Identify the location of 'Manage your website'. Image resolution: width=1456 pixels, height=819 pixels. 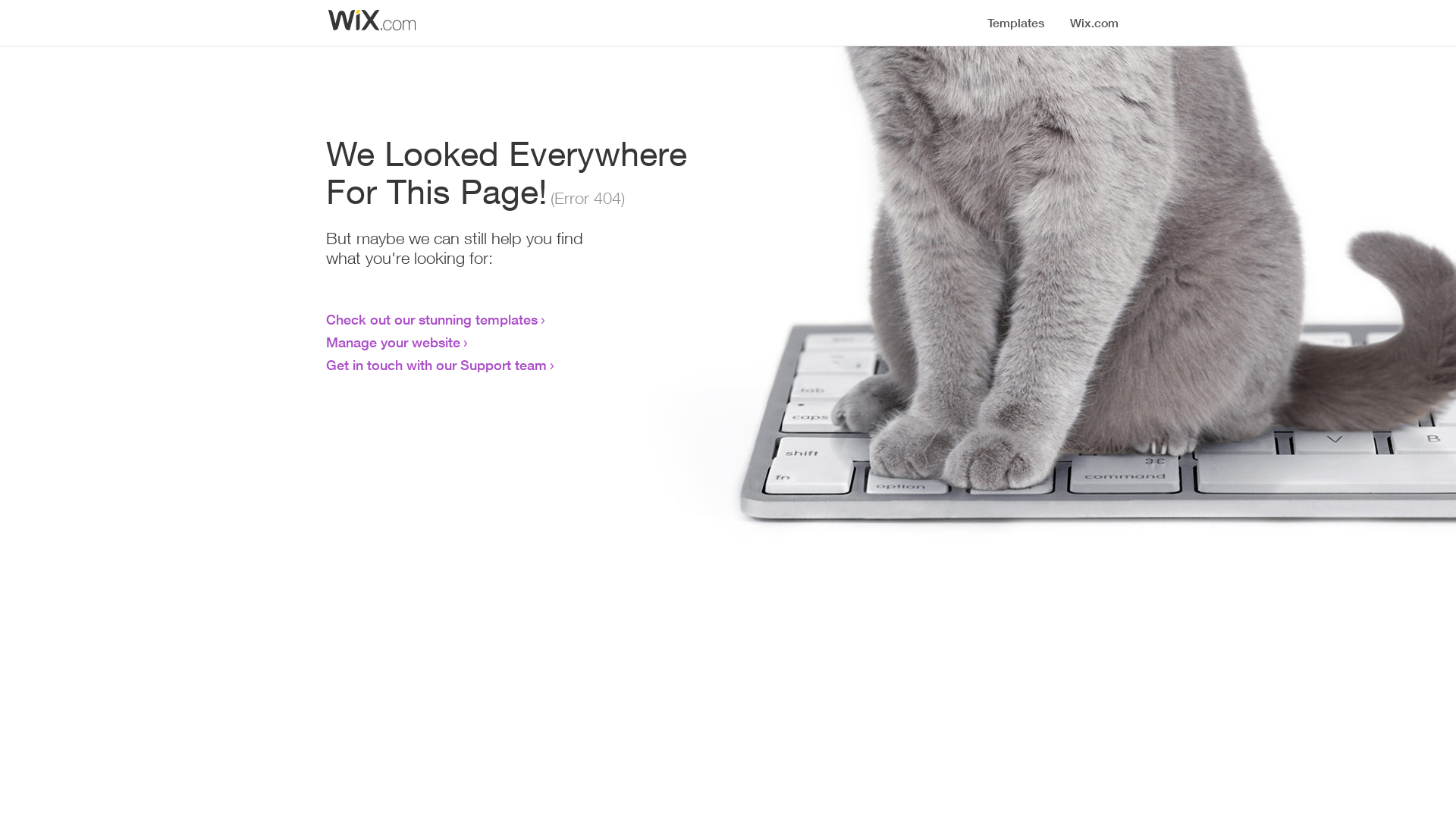
(393, 342).